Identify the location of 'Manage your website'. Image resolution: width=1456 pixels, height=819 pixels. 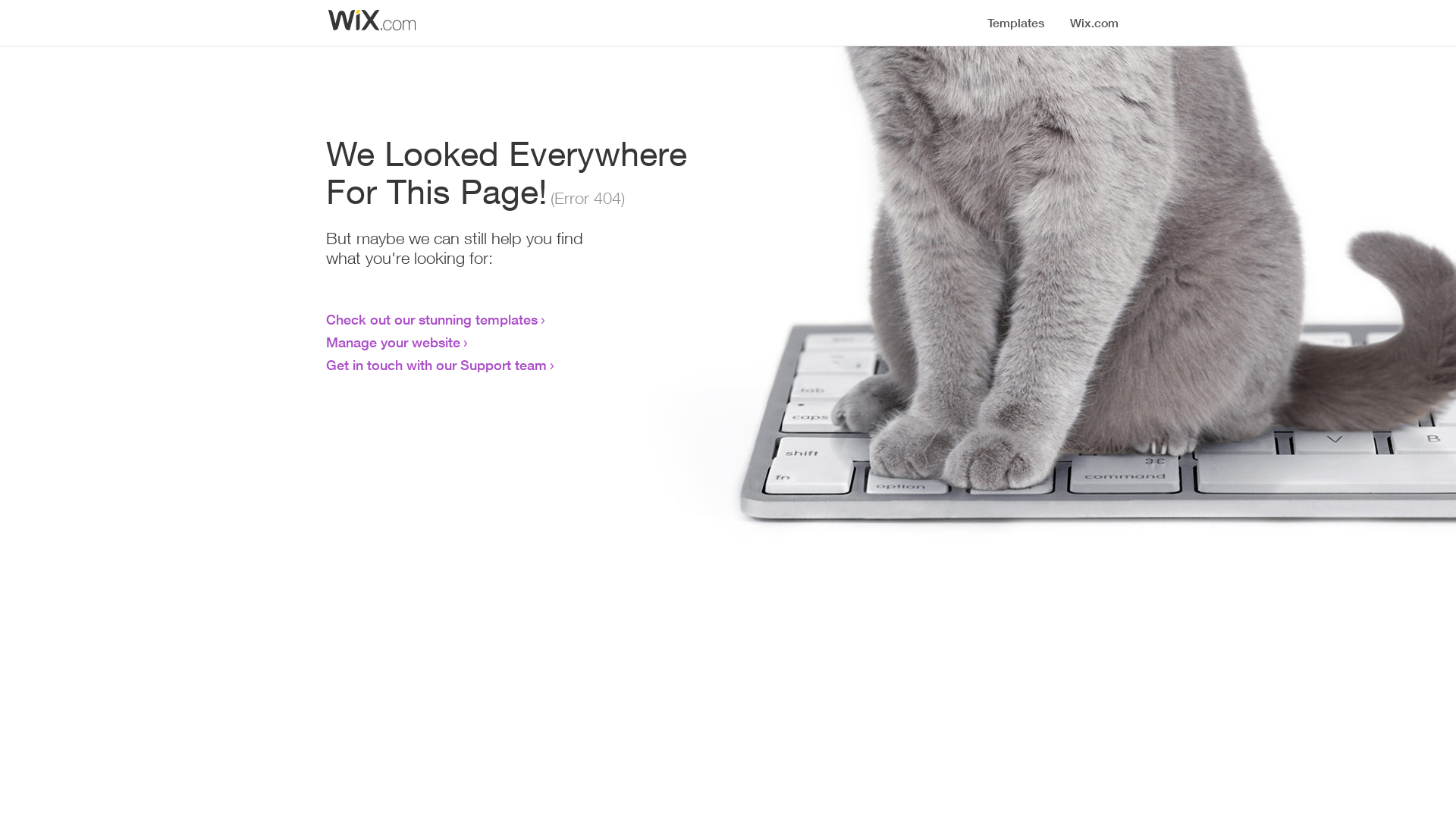
(393, 342).